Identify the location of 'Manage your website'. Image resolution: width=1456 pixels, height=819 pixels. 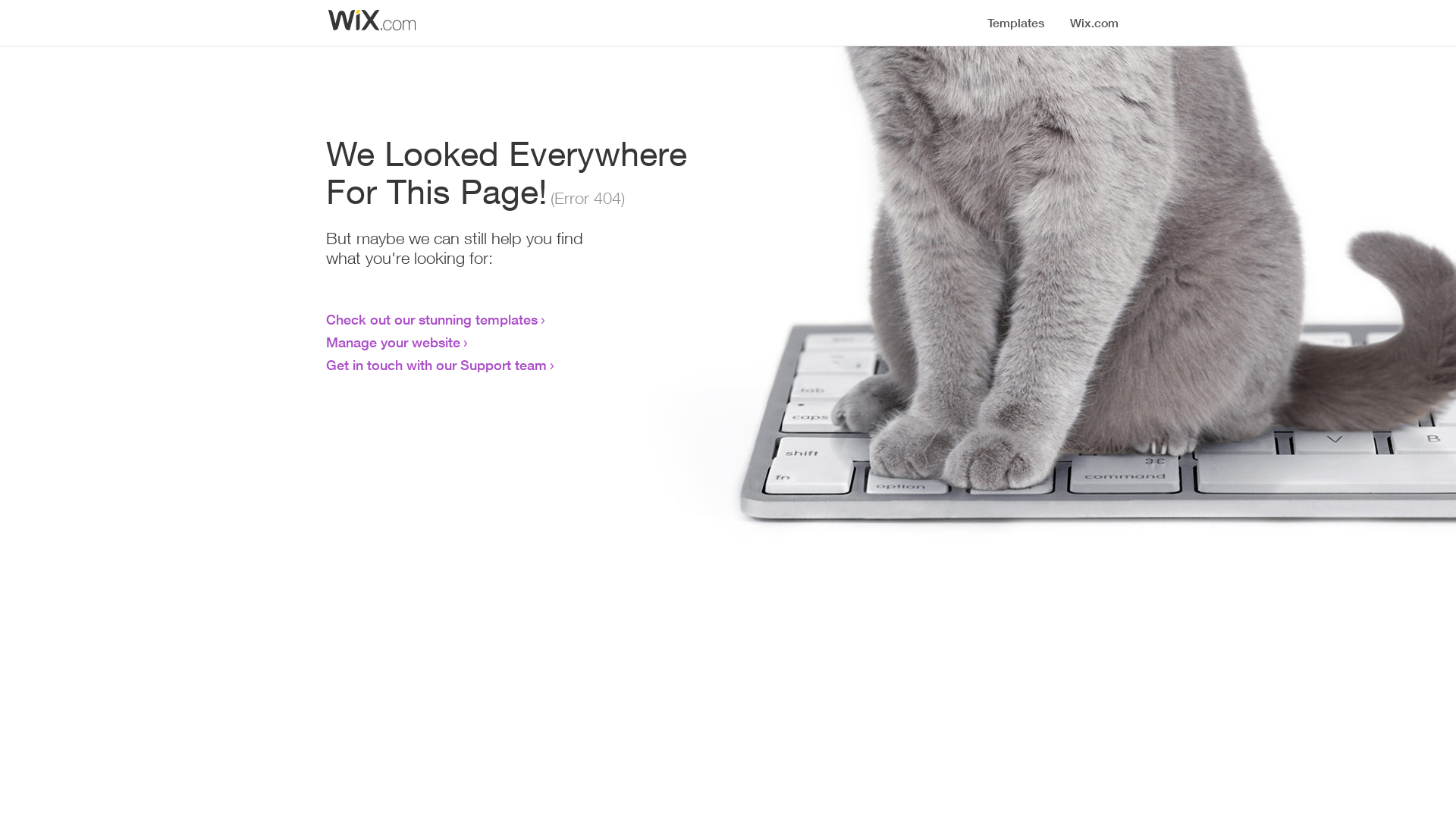
(393, 342).